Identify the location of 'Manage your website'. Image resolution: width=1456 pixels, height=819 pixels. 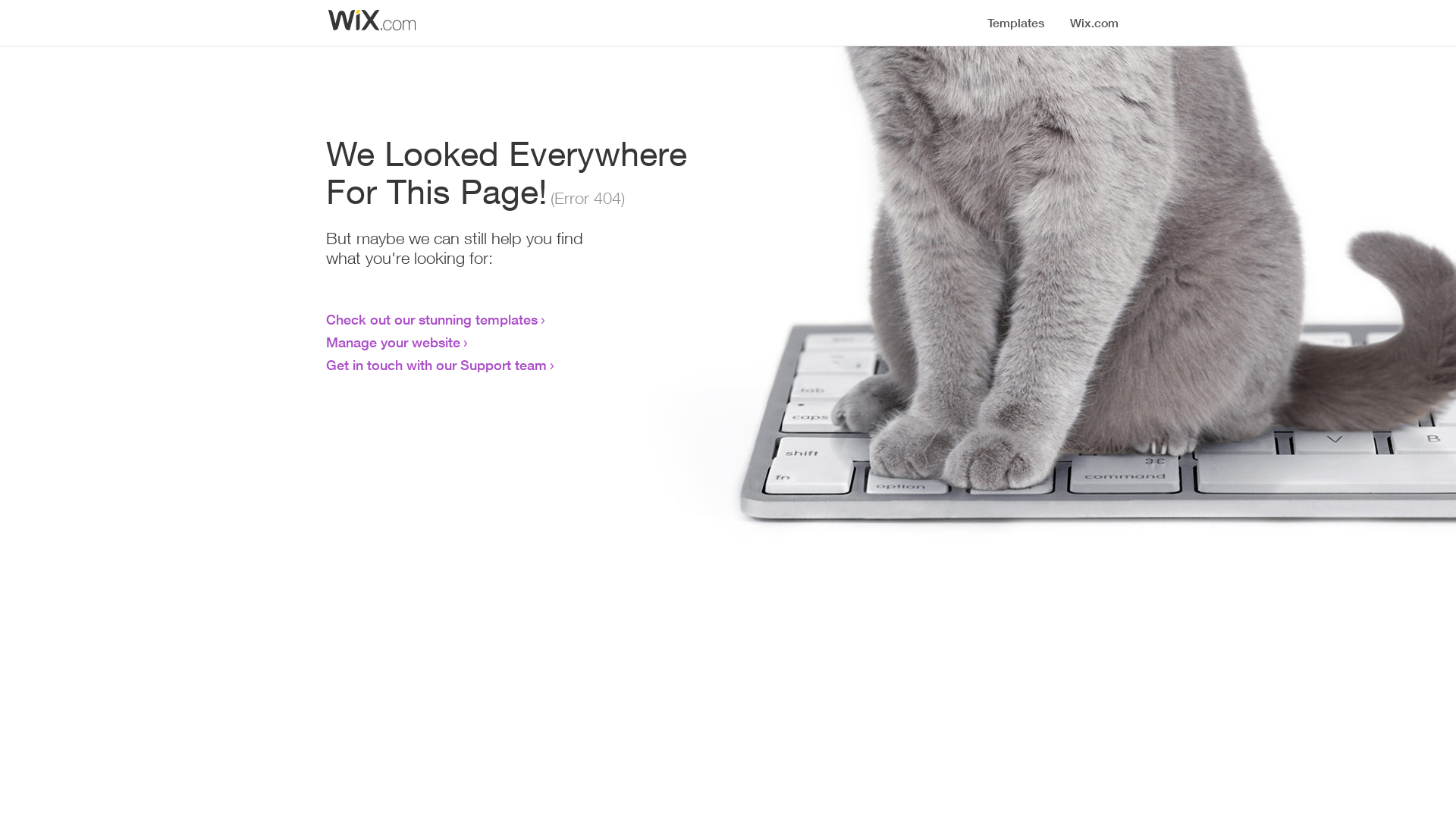
(393, 342).